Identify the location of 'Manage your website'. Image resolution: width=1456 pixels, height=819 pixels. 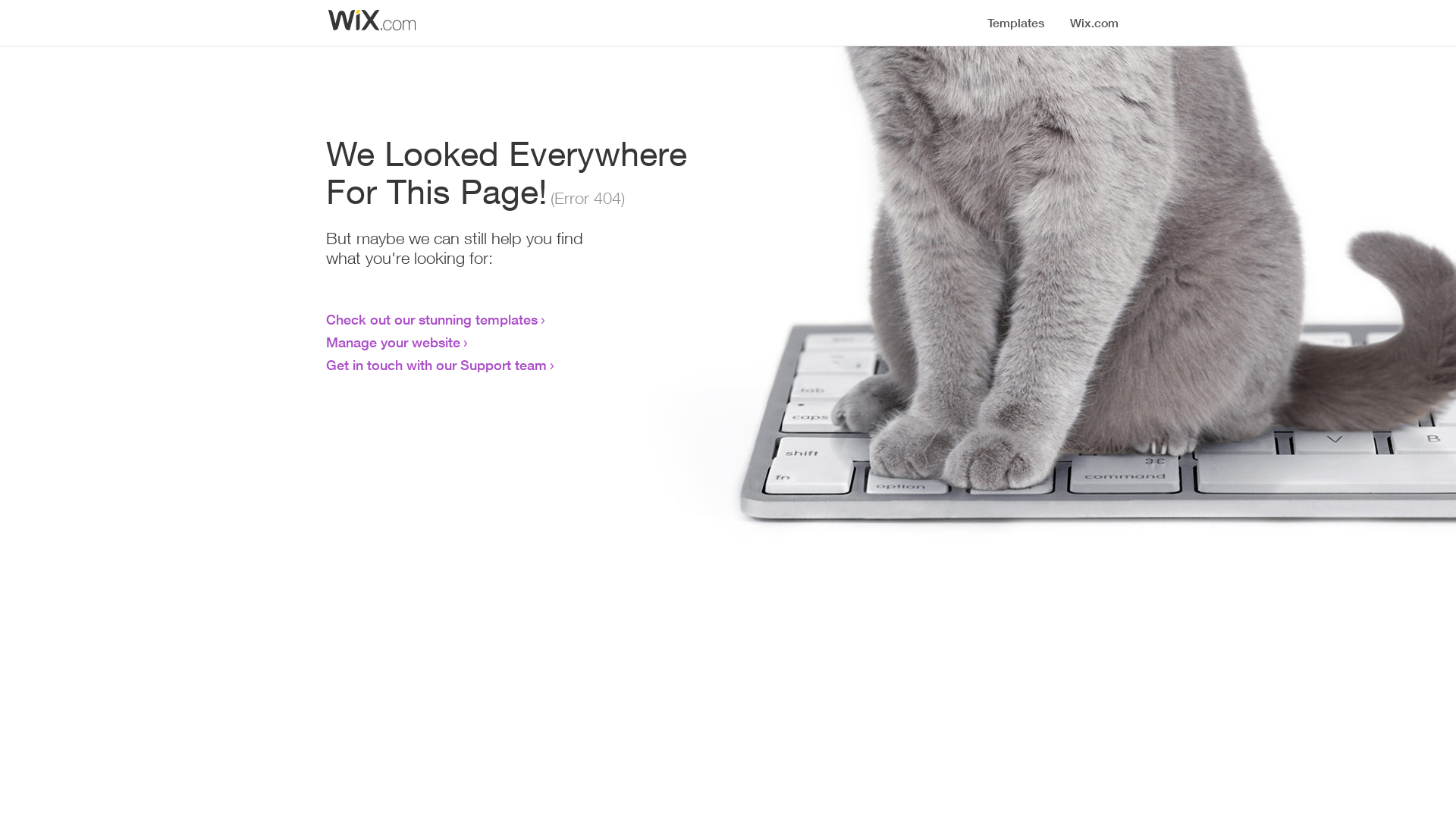
(393, 342).